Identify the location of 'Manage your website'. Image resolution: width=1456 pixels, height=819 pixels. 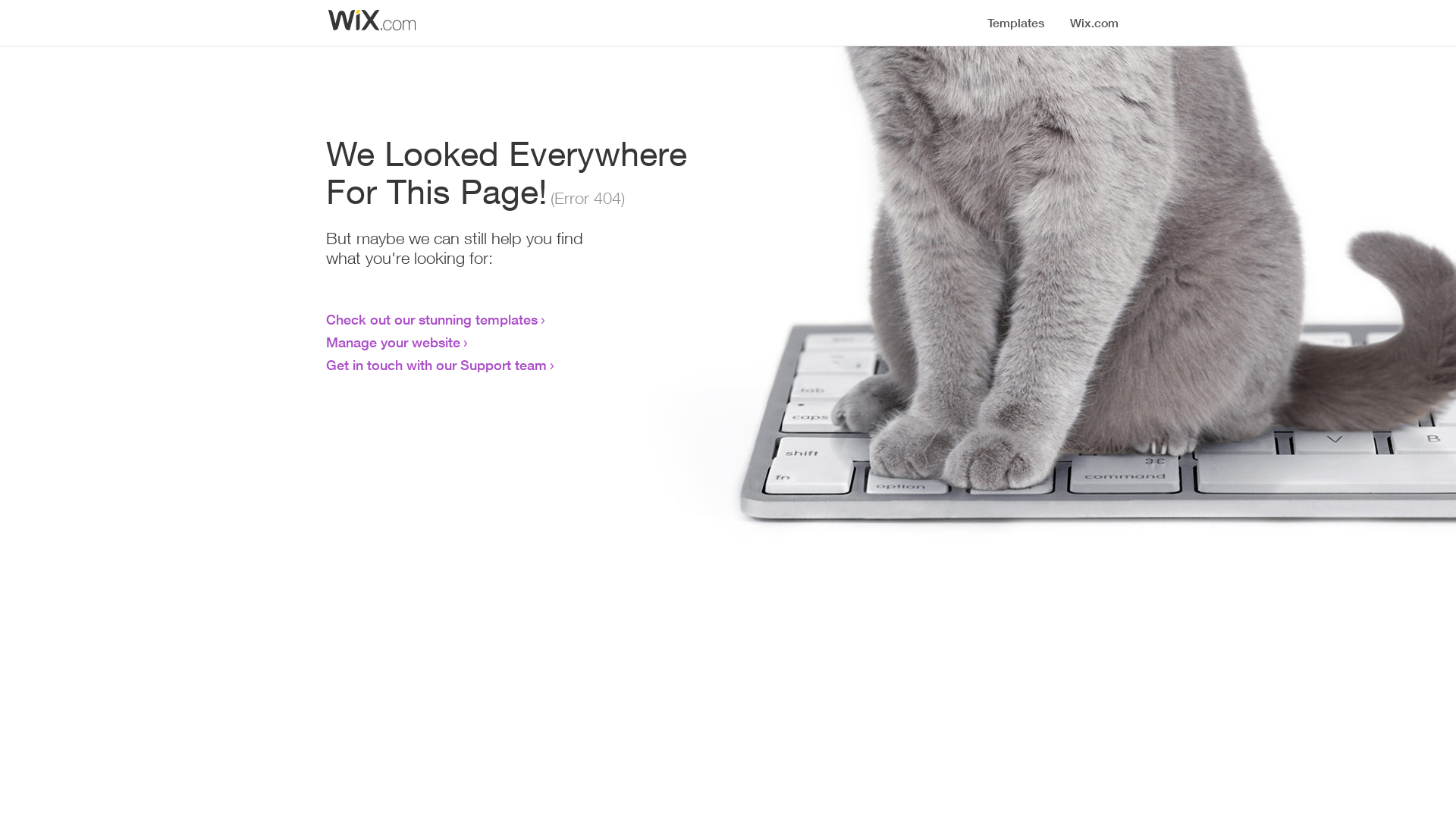
(393, 342).